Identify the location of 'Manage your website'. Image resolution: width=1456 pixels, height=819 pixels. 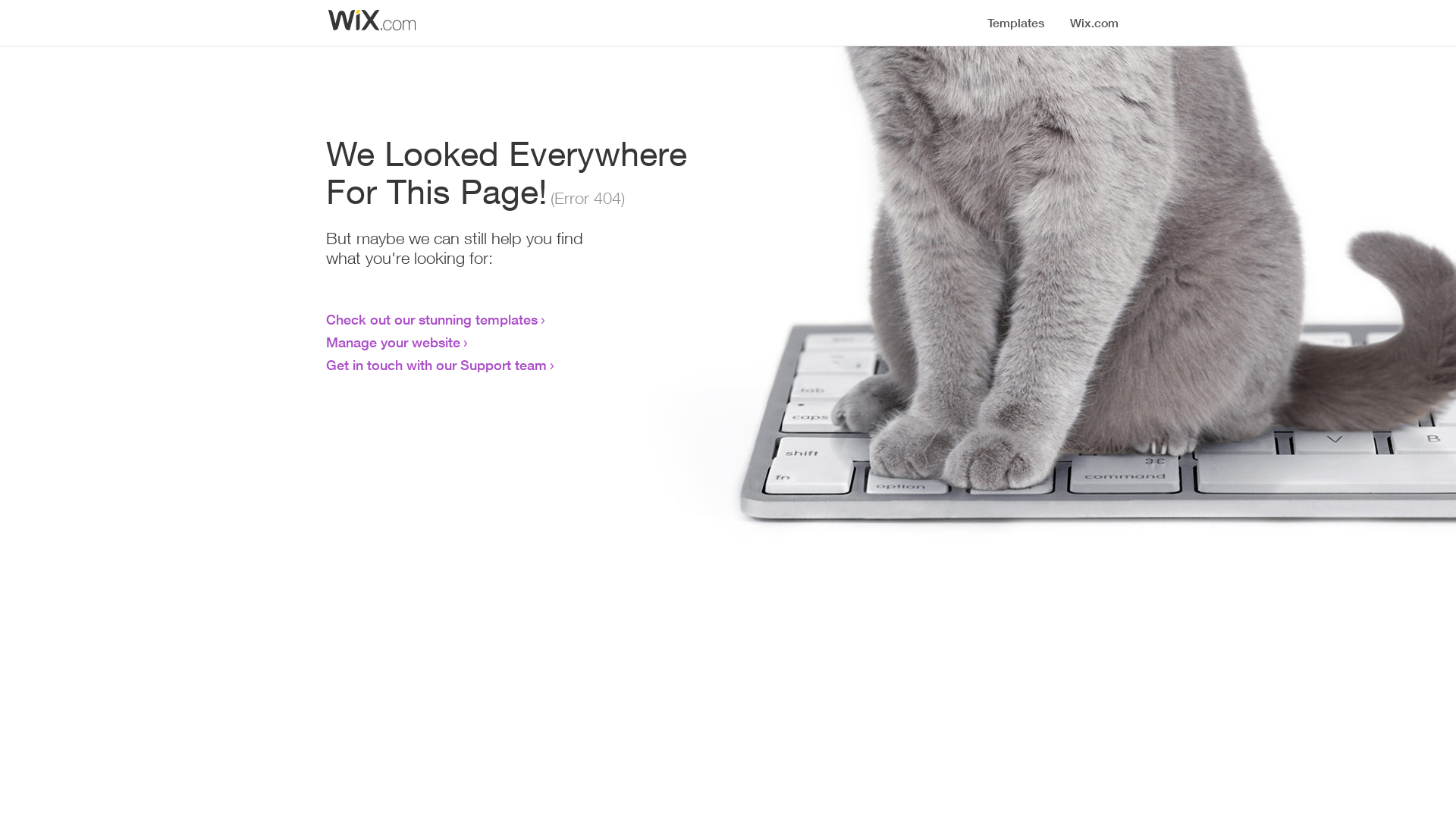
(393, 342).